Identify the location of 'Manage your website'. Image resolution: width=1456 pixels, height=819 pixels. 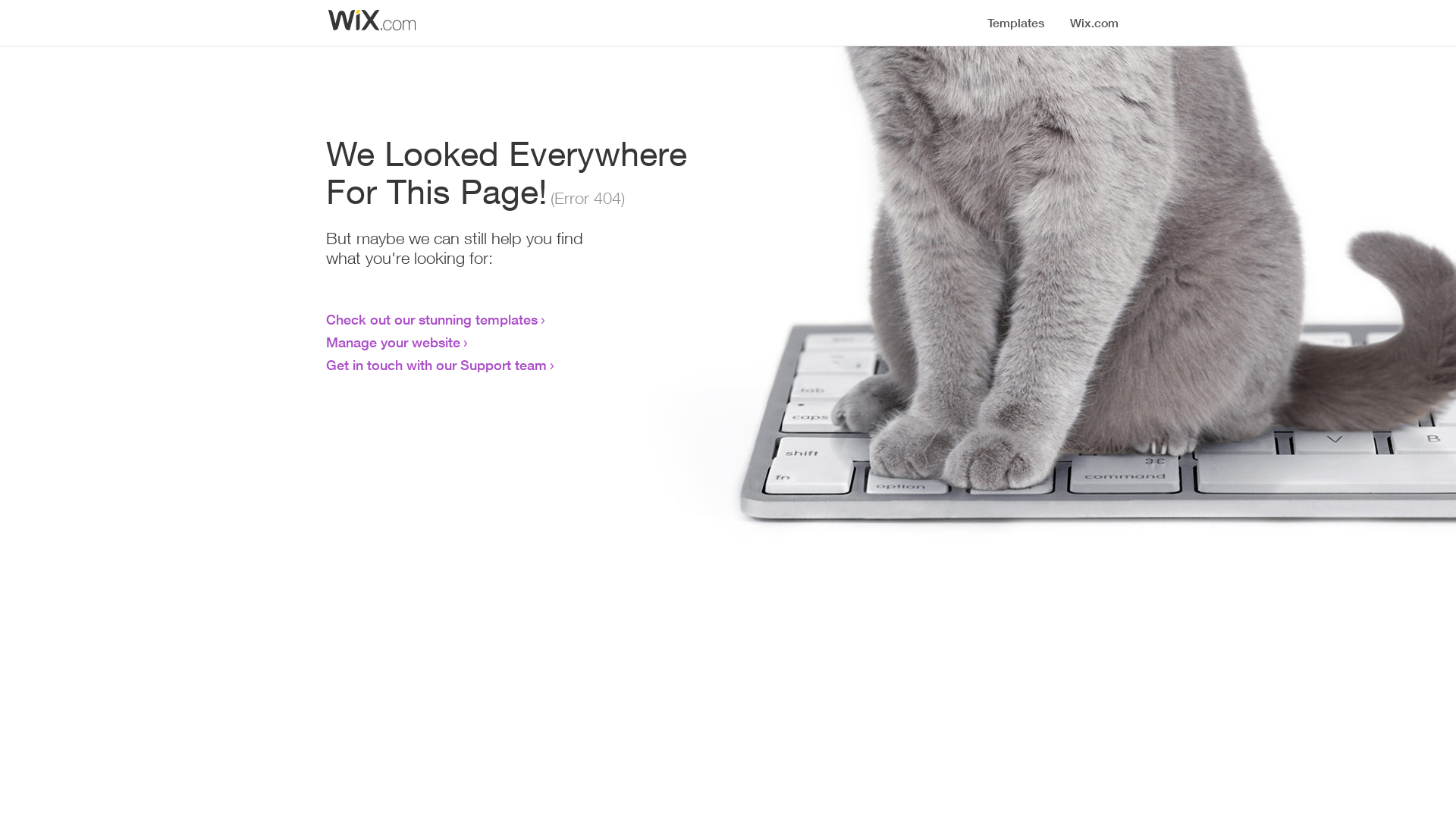
(393, 342).